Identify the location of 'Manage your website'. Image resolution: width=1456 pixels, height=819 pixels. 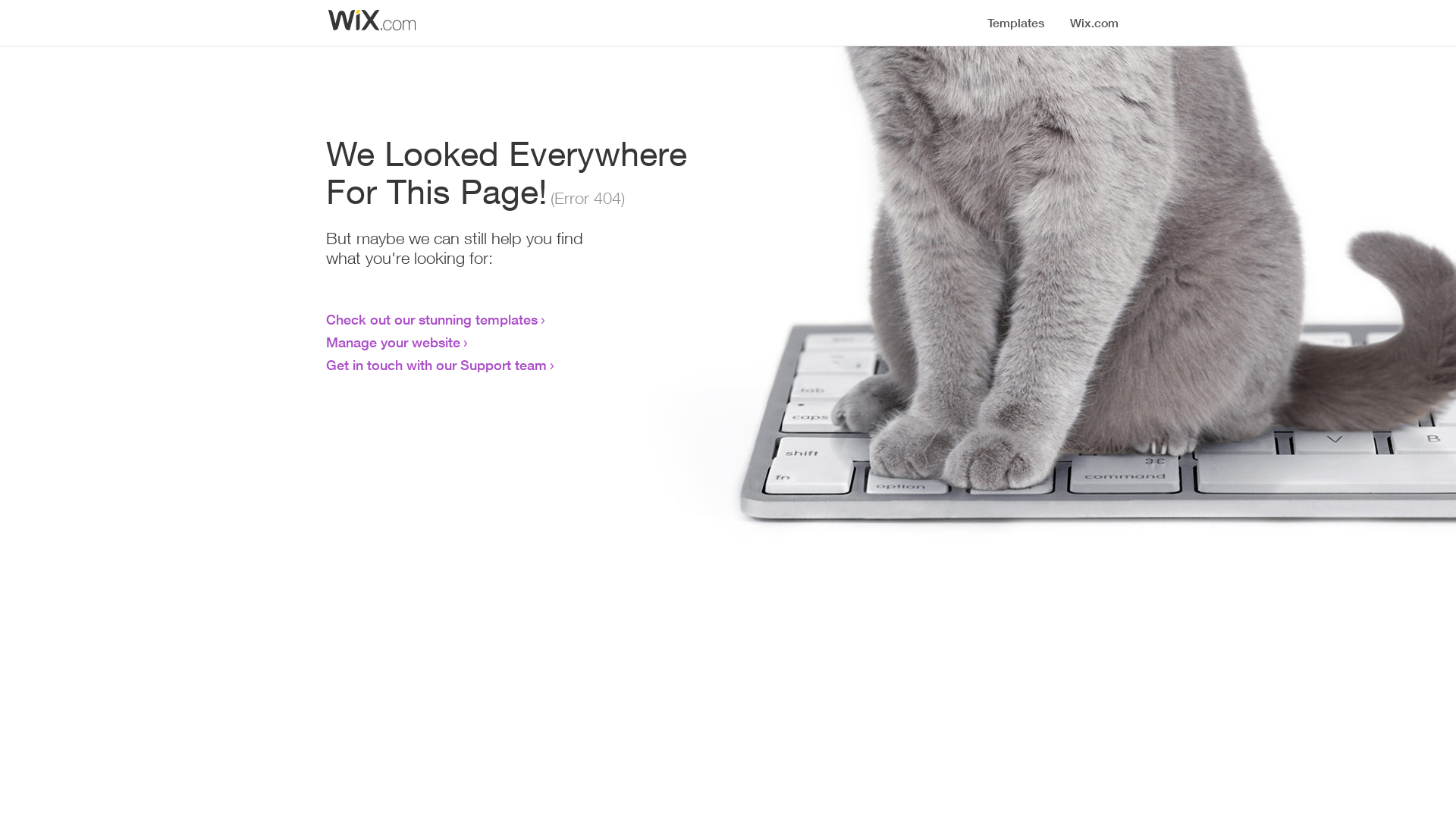
(393, 342).